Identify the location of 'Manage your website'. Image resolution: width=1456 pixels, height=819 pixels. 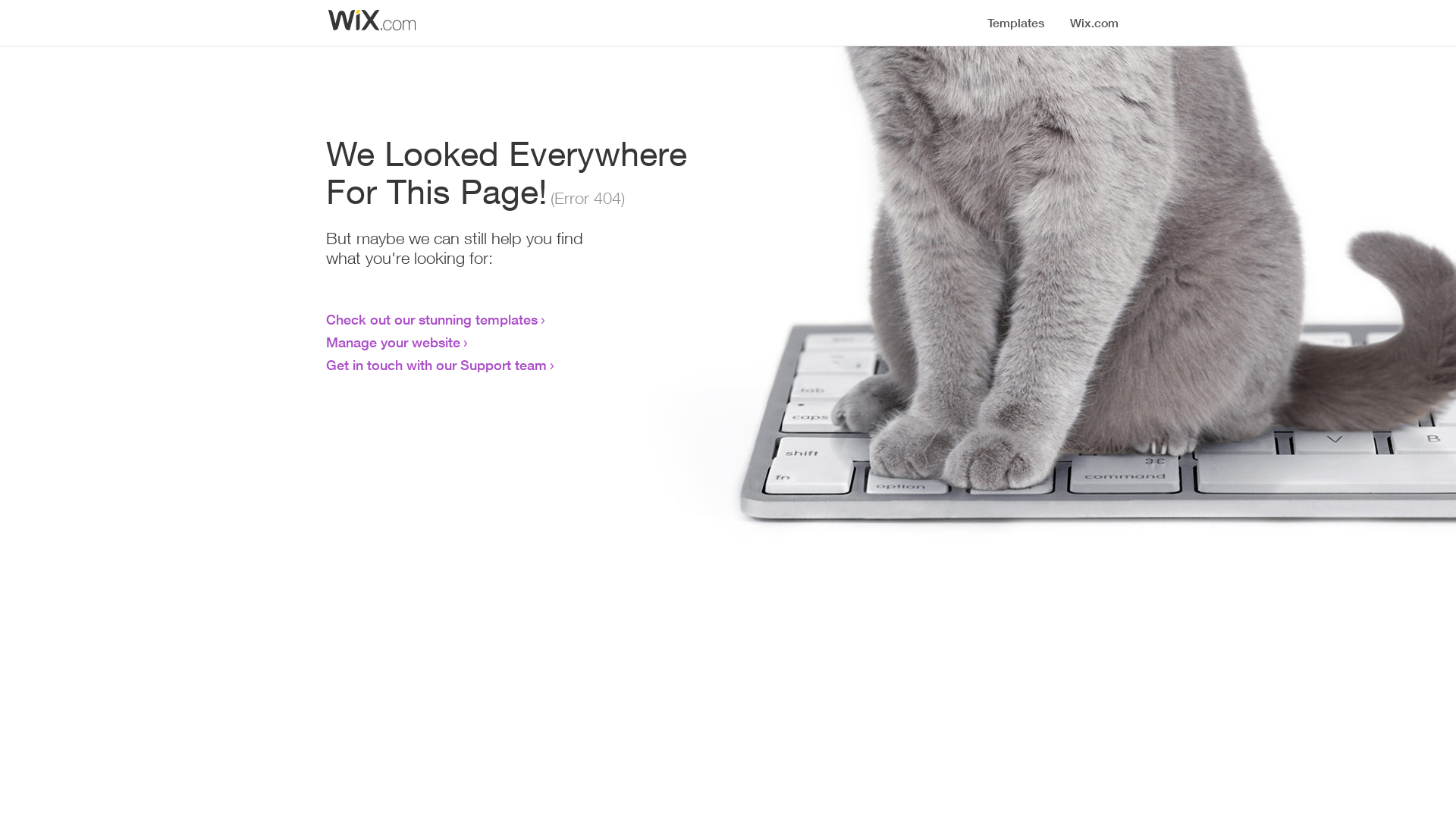
(393, 342).